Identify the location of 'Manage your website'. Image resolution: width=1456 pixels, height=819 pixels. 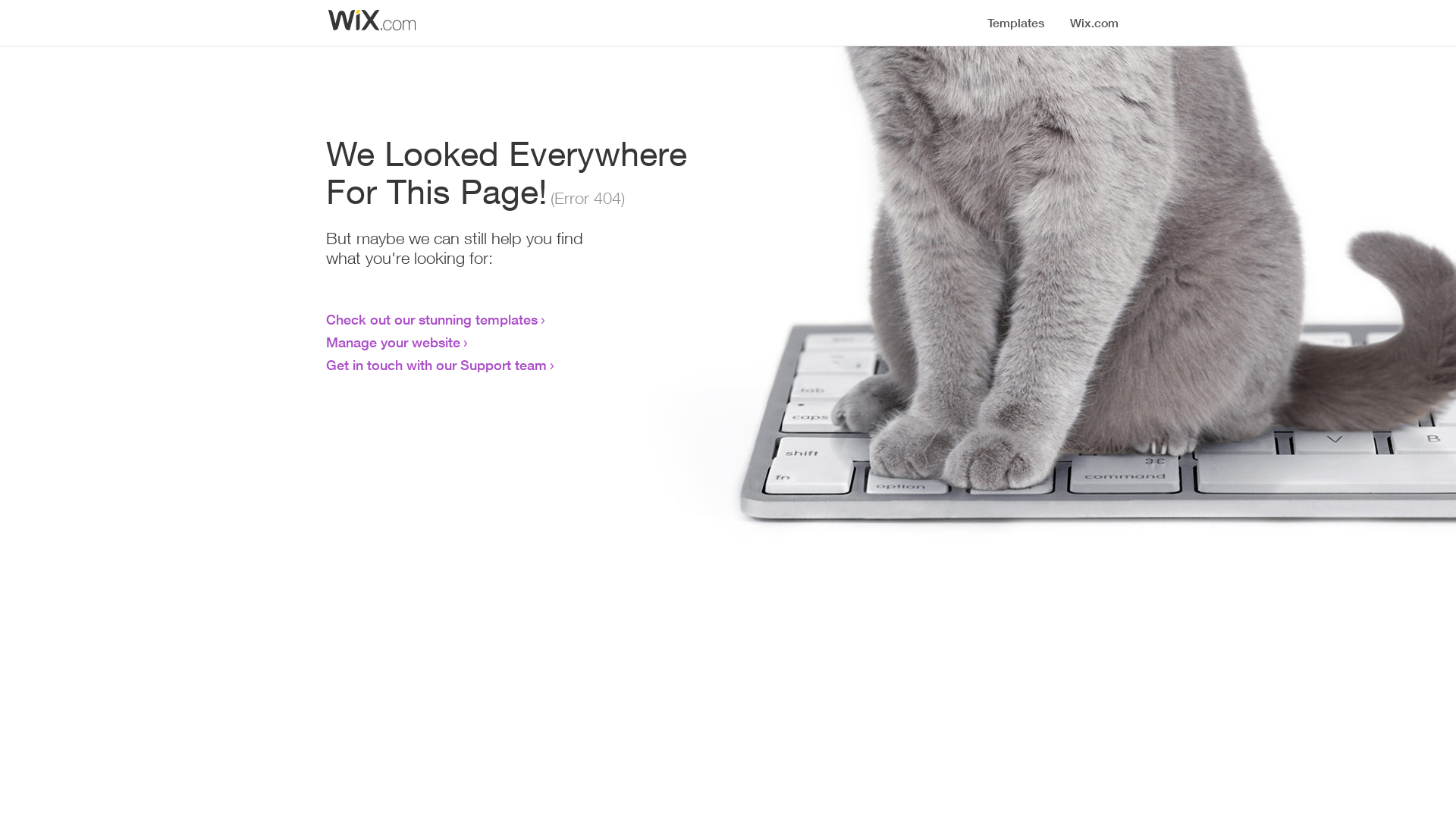
(393, 342).